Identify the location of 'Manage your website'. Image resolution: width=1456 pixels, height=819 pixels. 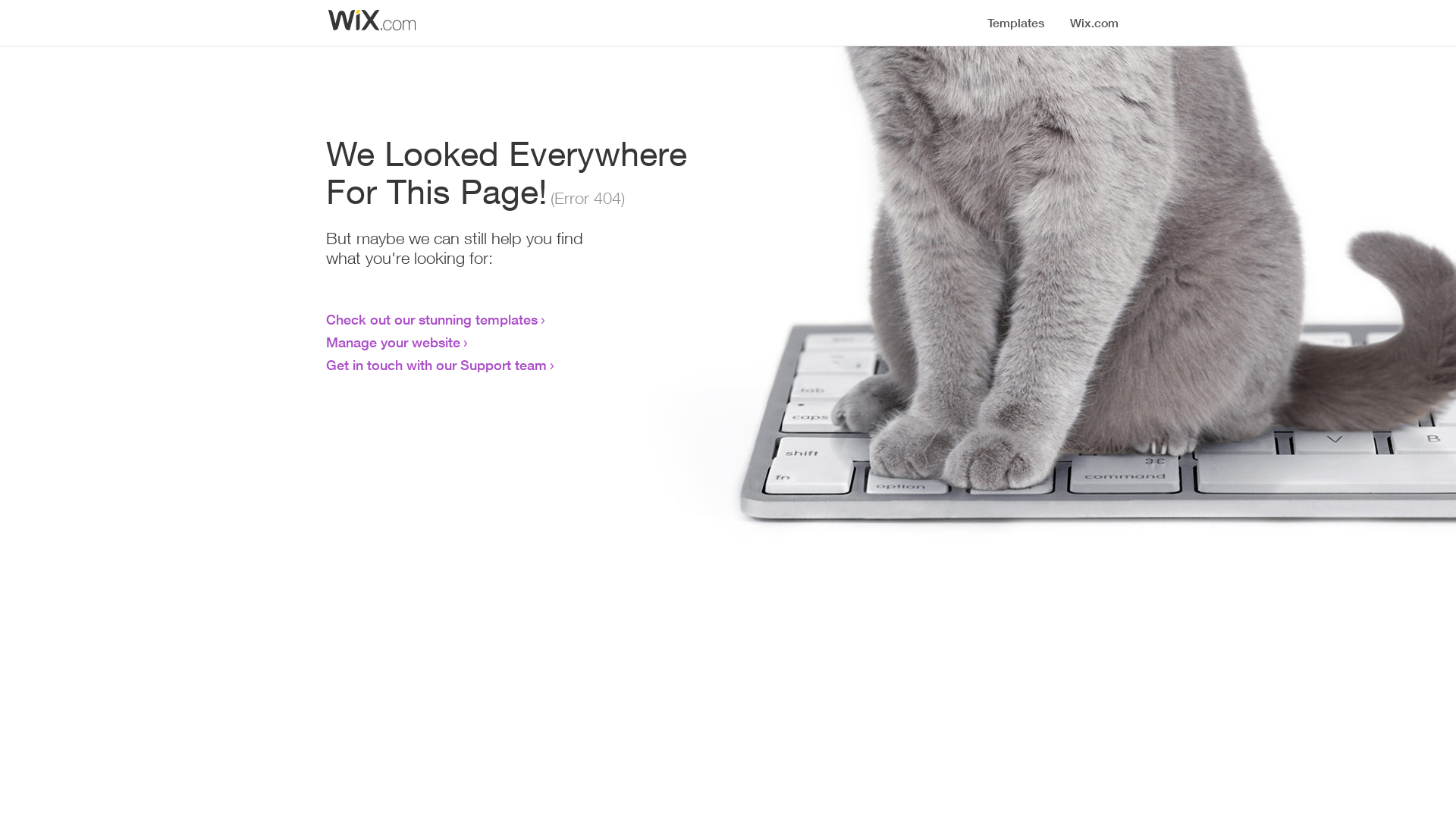
(393, 342).